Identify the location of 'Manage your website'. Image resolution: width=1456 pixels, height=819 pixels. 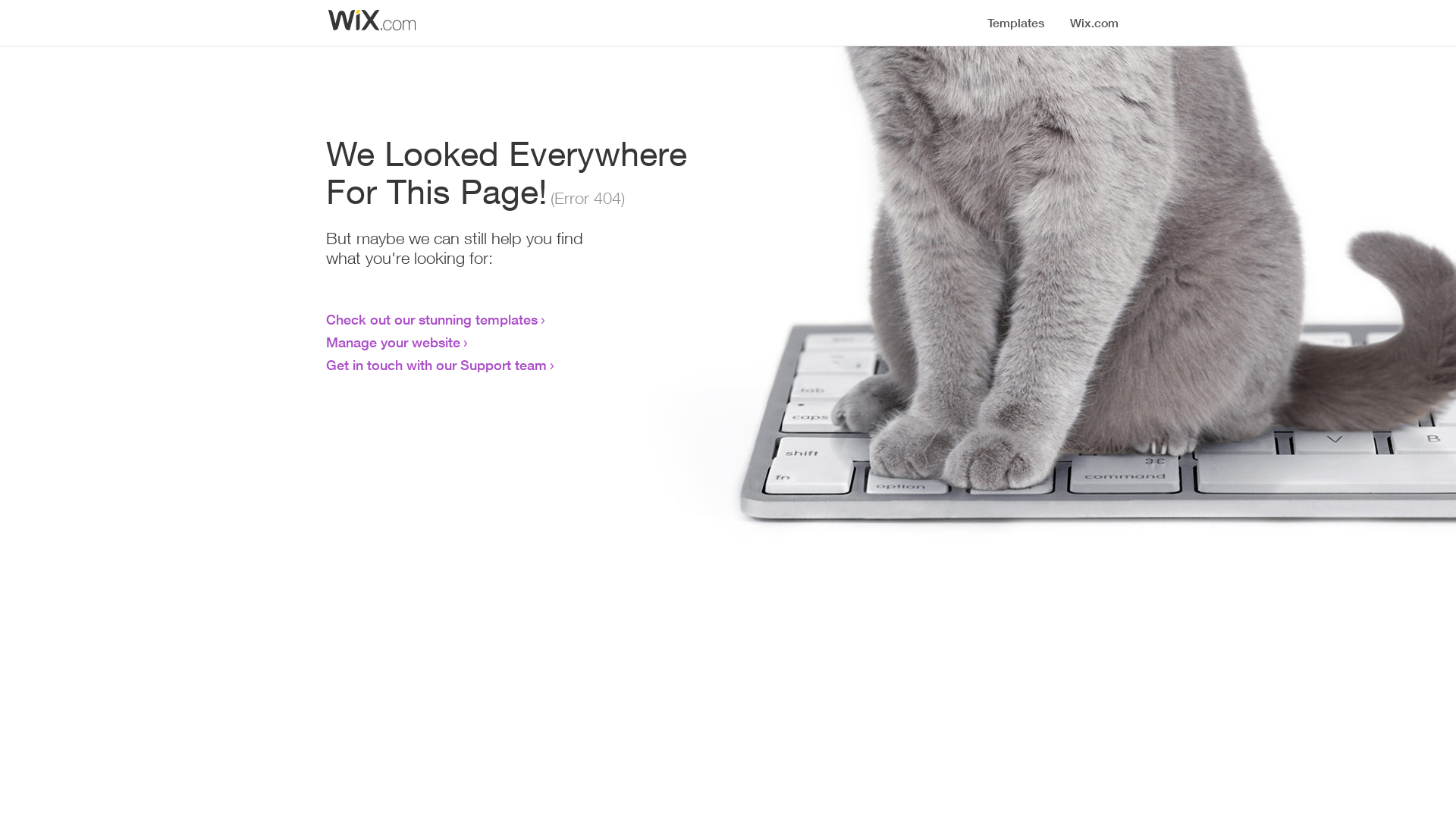
(393, 342).